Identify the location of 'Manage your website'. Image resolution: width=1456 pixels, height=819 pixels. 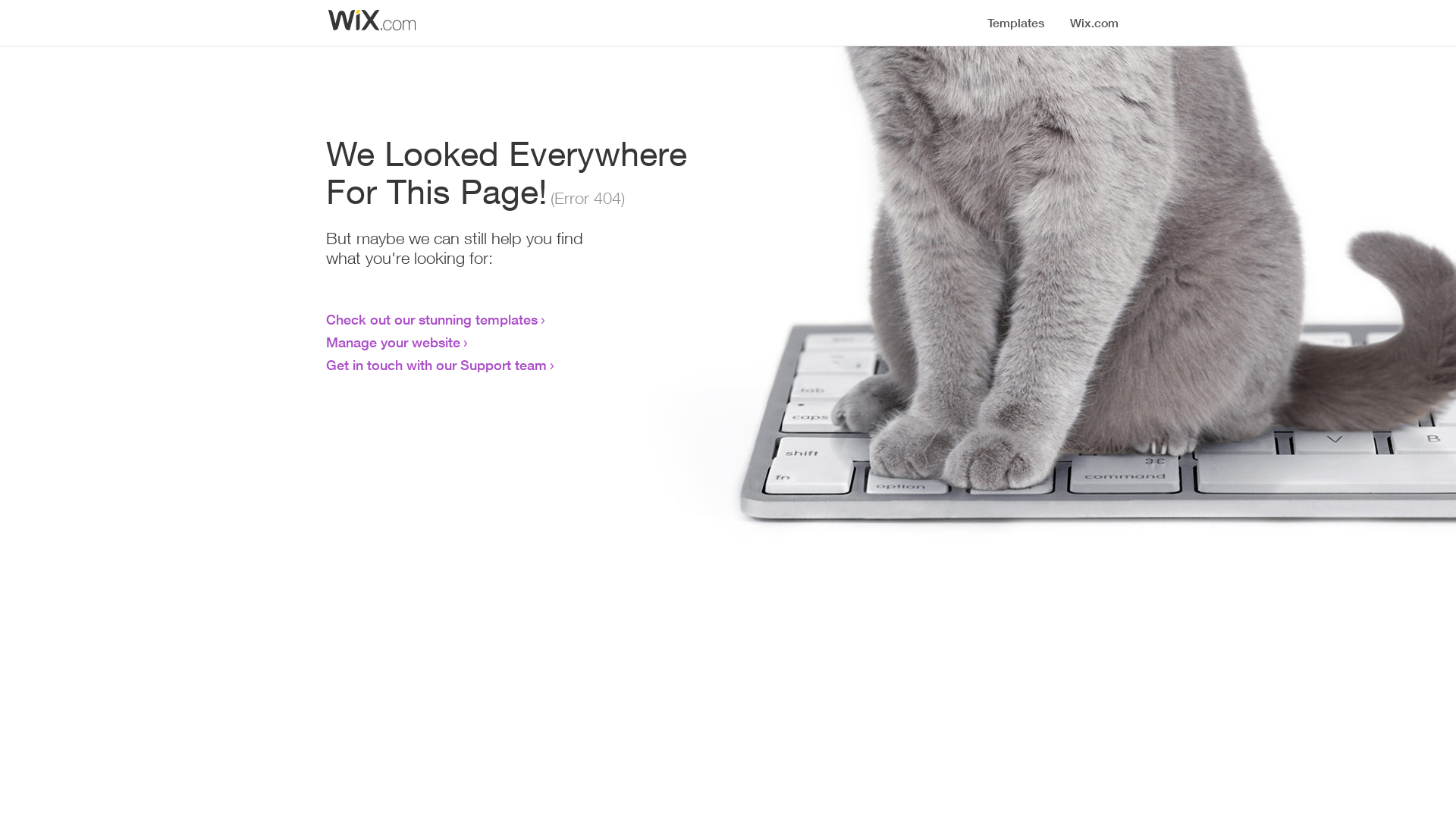
(393, 342).